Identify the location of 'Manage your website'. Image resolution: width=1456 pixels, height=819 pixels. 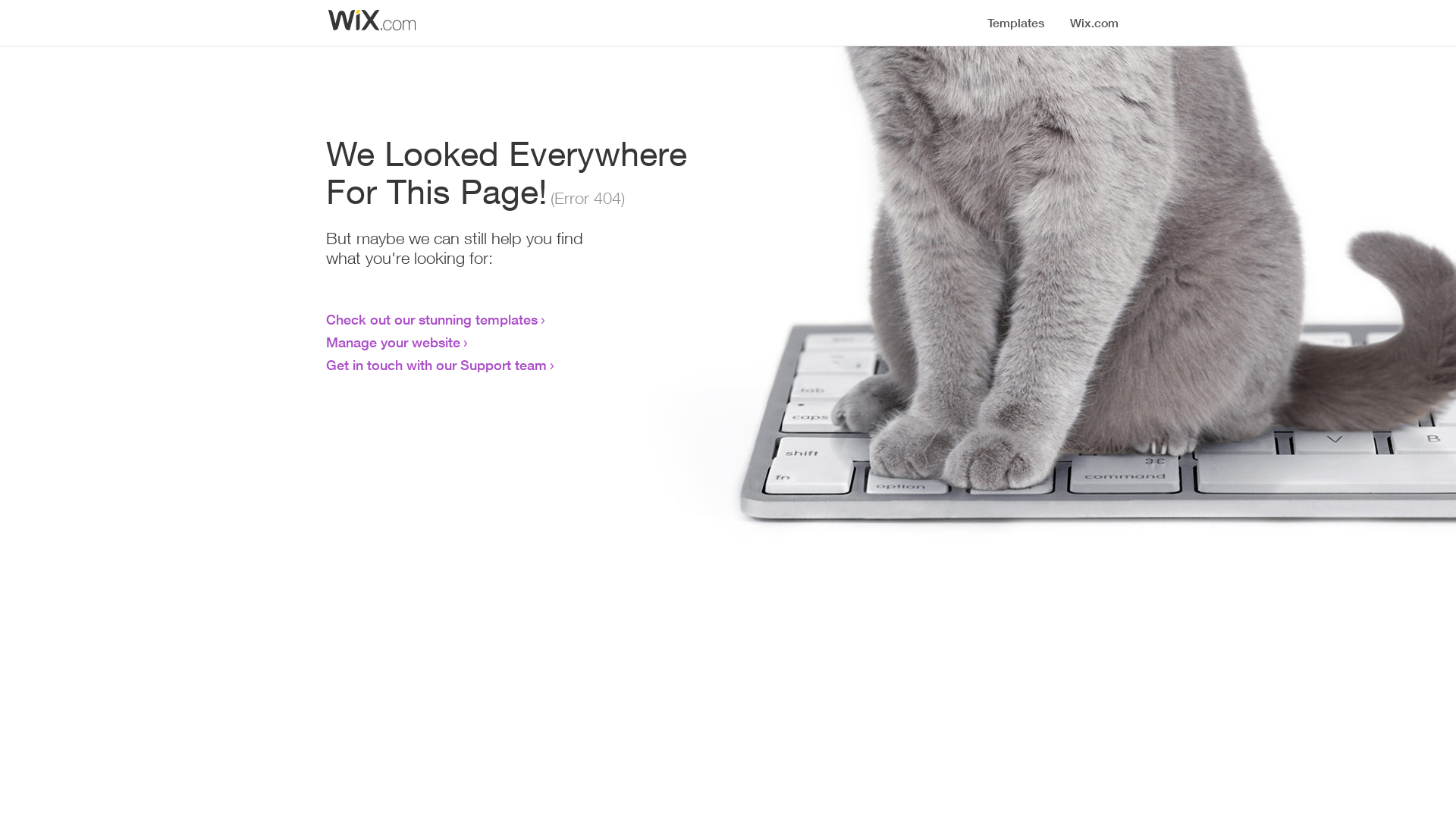
(393, 342).